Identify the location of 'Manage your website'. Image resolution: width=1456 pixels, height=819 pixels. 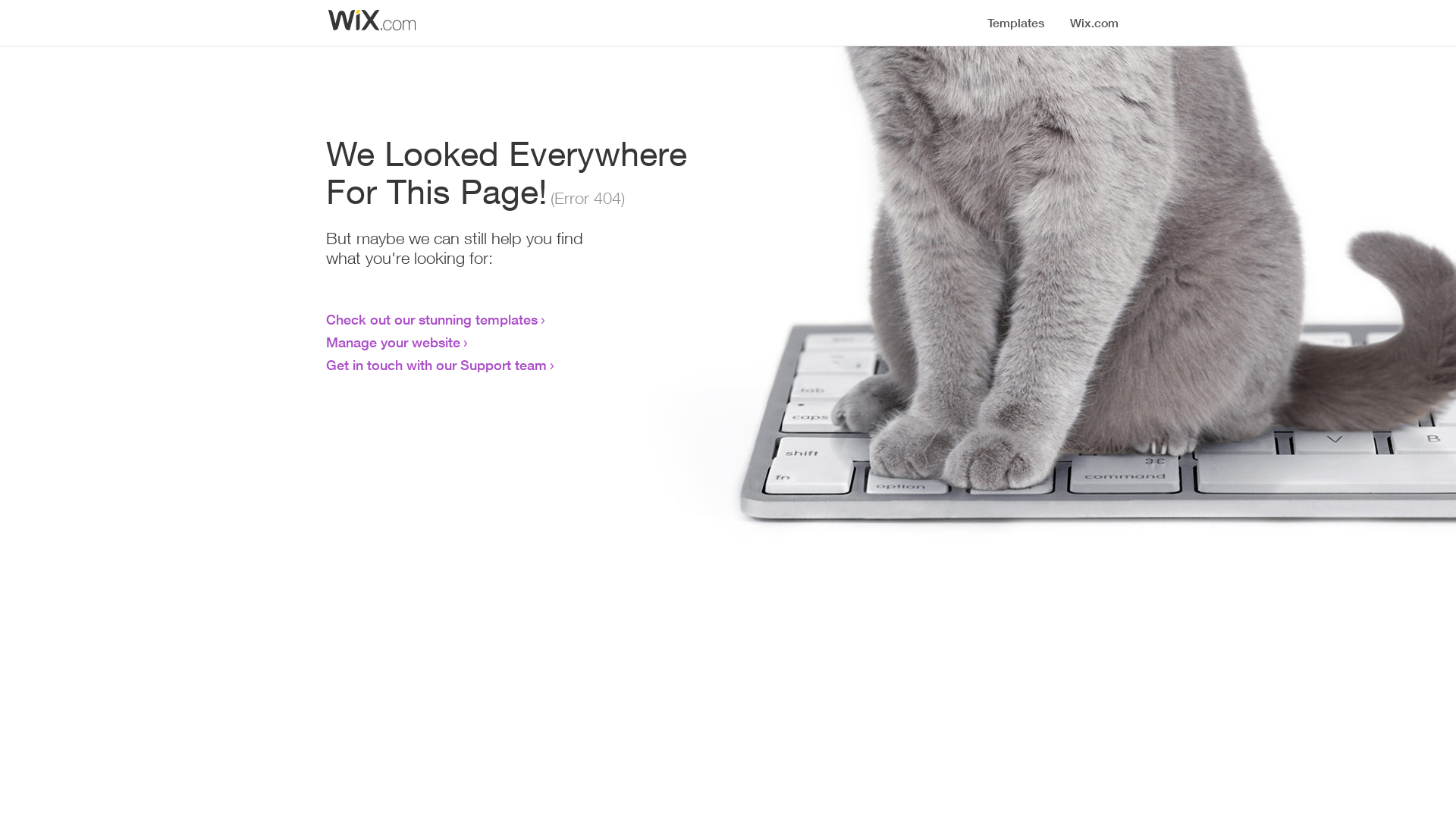
(393, 342).